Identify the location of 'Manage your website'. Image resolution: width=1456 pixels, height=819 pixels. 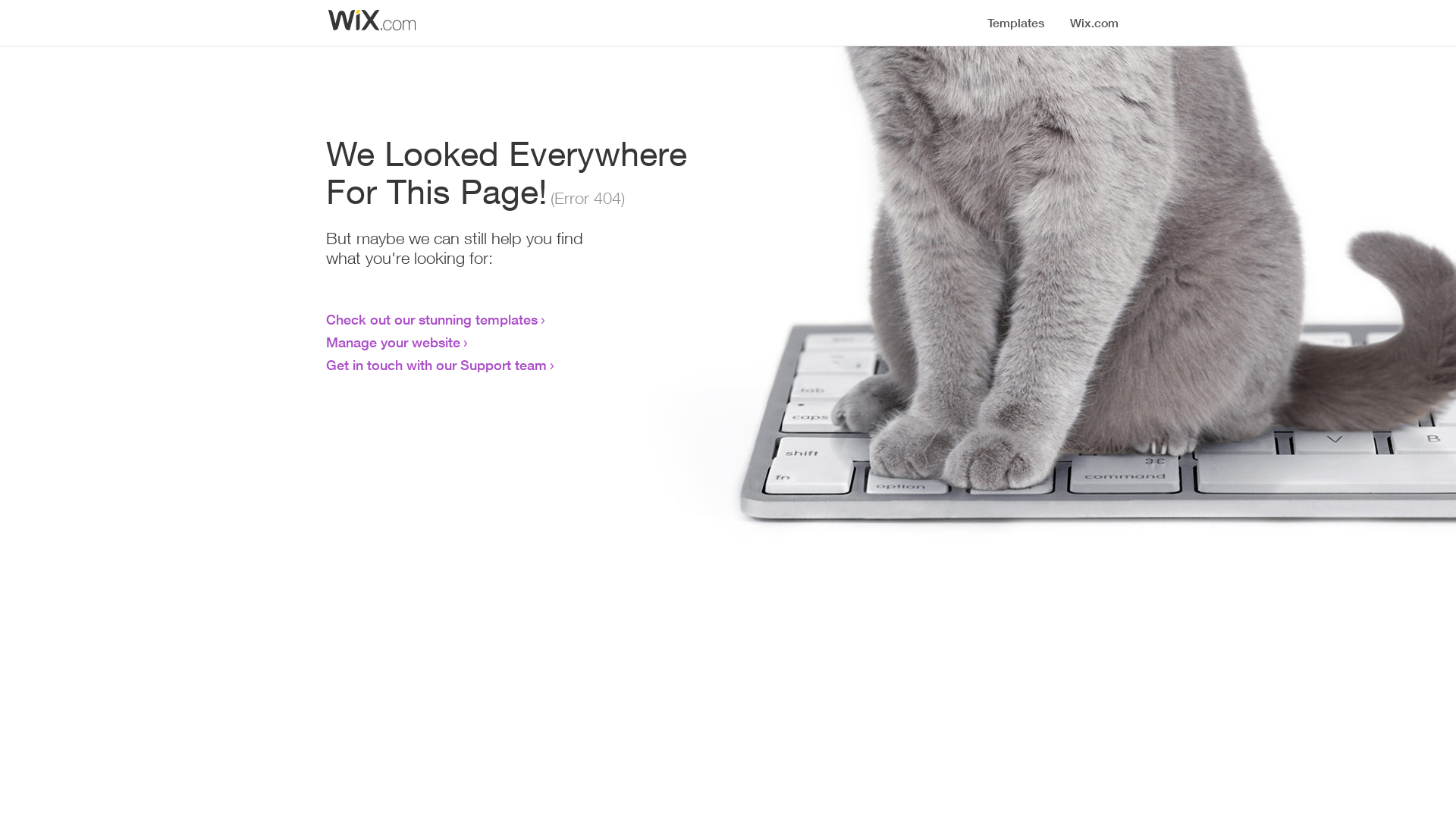
(393, 342).